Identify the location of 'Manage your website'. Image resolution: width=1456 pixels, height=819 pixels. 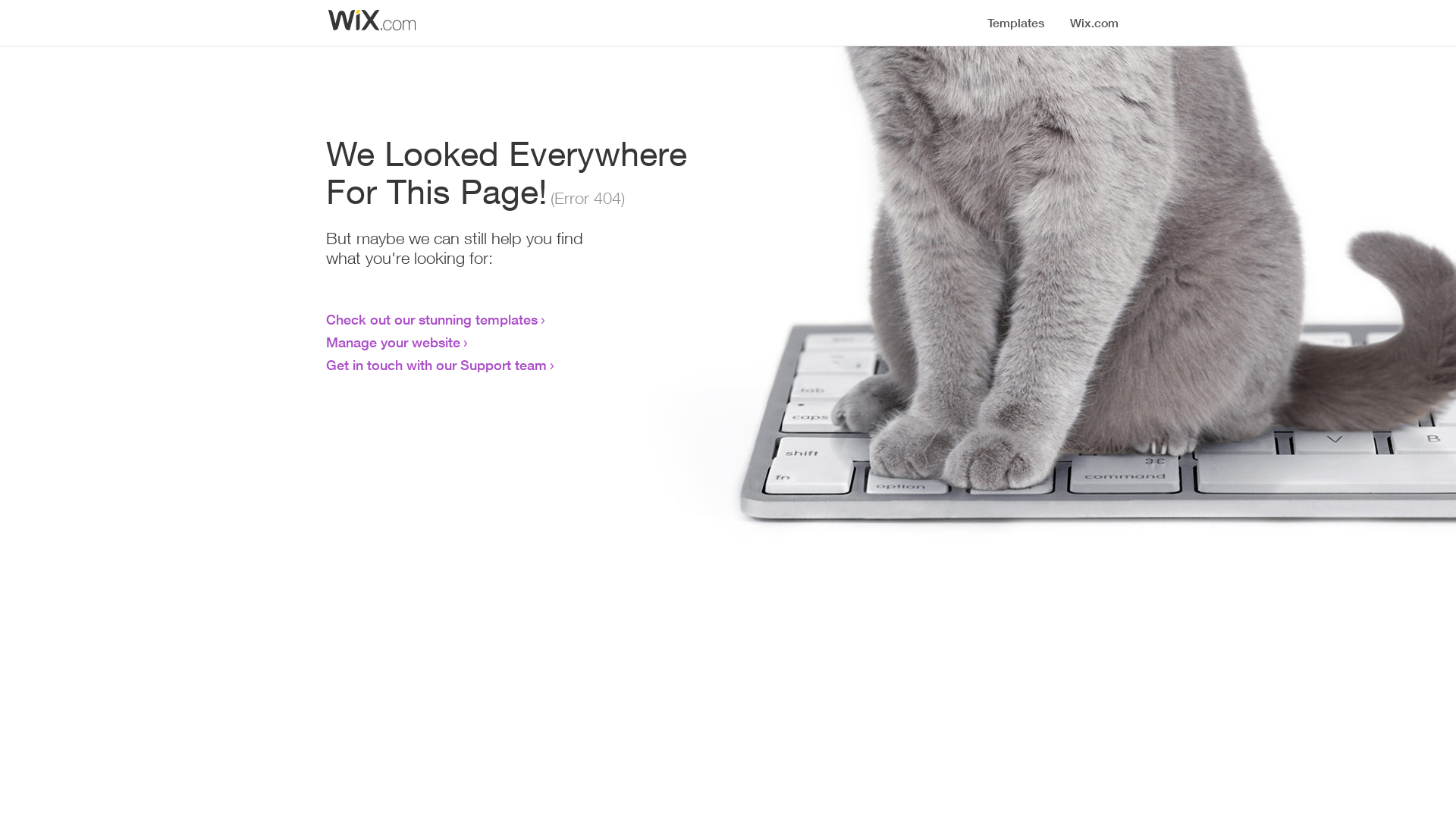
(393, 342).